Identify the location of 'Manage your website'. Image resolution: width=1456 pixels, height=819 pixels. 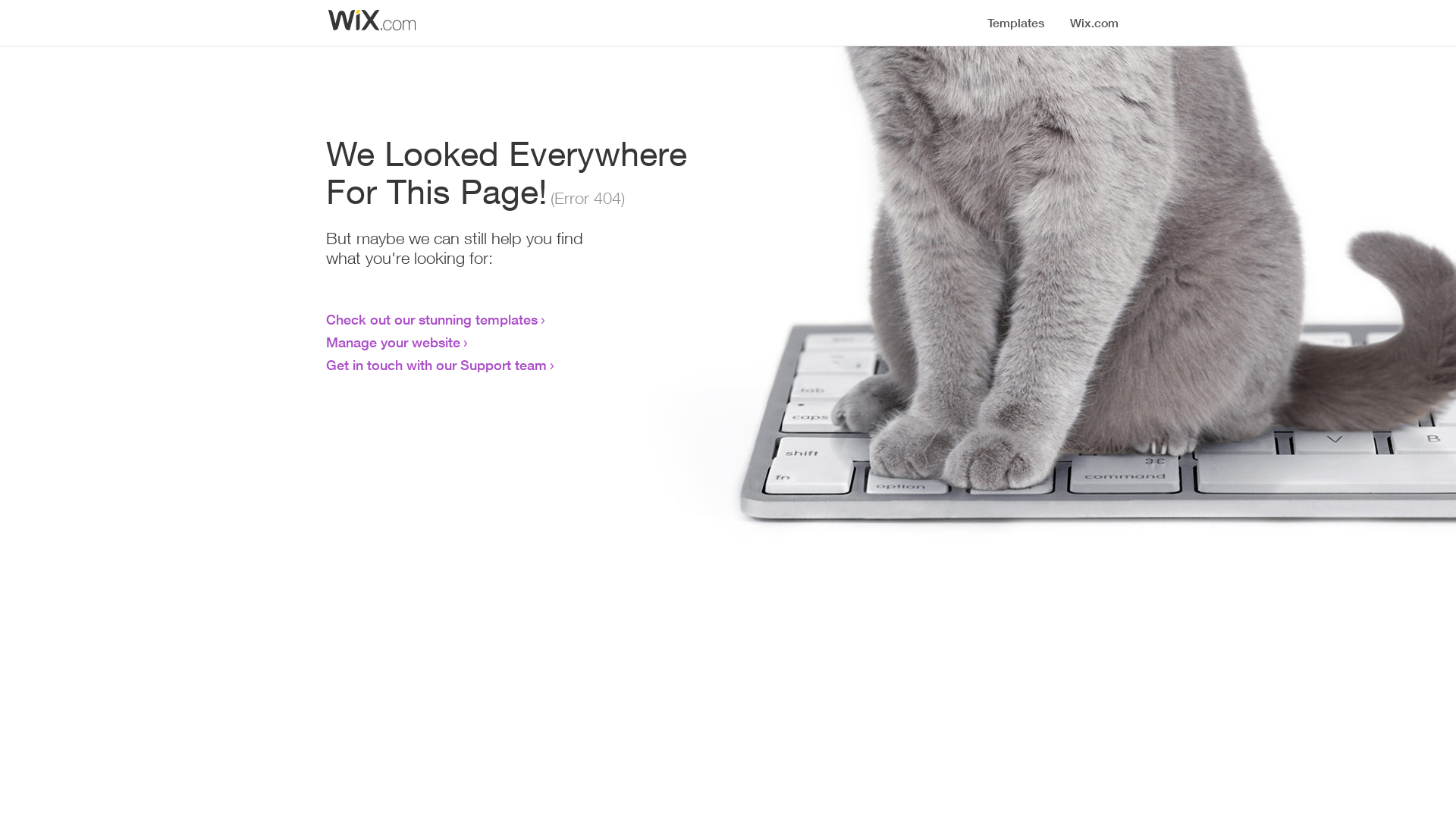
(393, 342).